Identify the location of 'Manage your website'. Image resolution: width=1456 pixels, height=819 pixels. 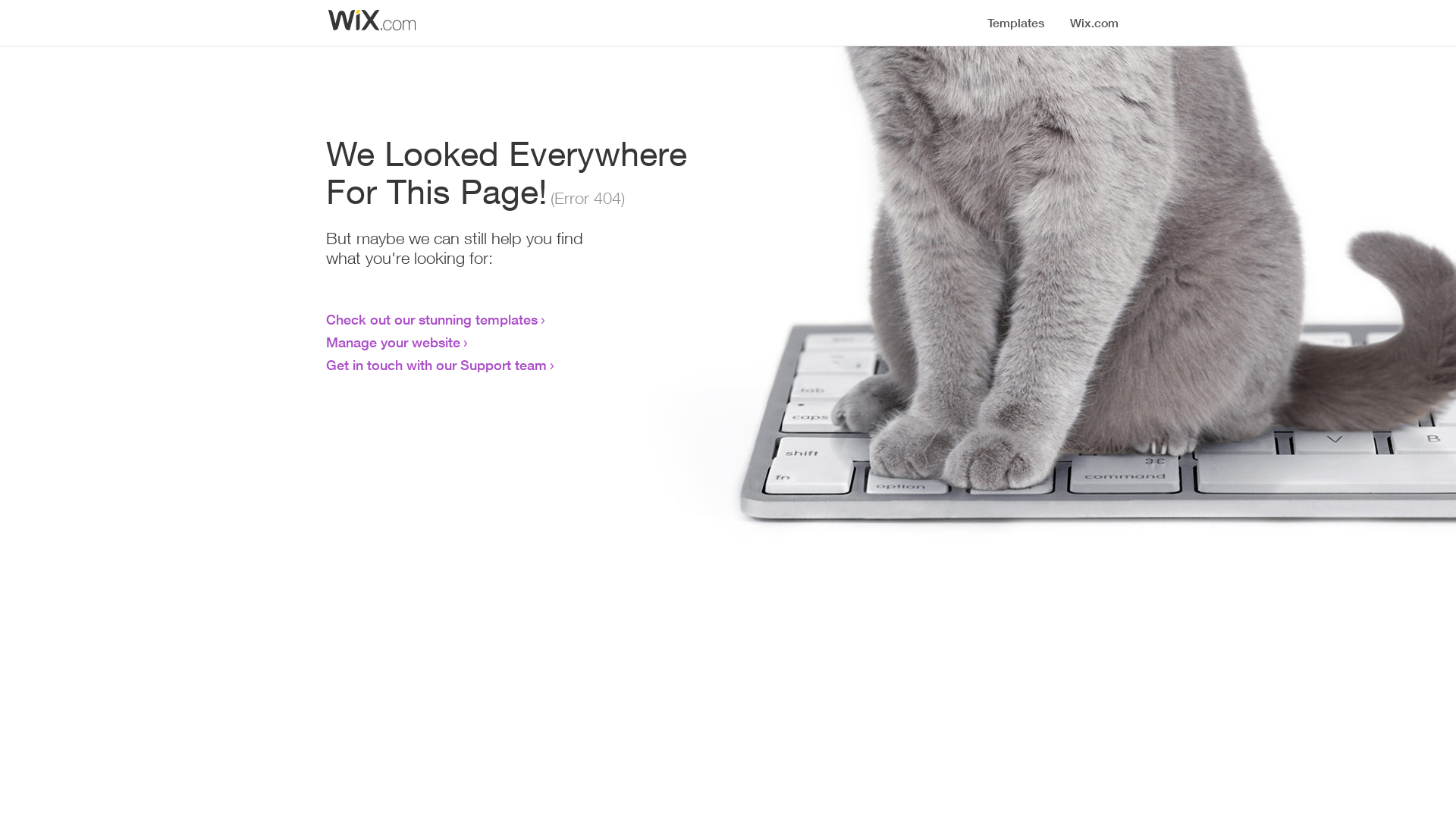
(393, 342).